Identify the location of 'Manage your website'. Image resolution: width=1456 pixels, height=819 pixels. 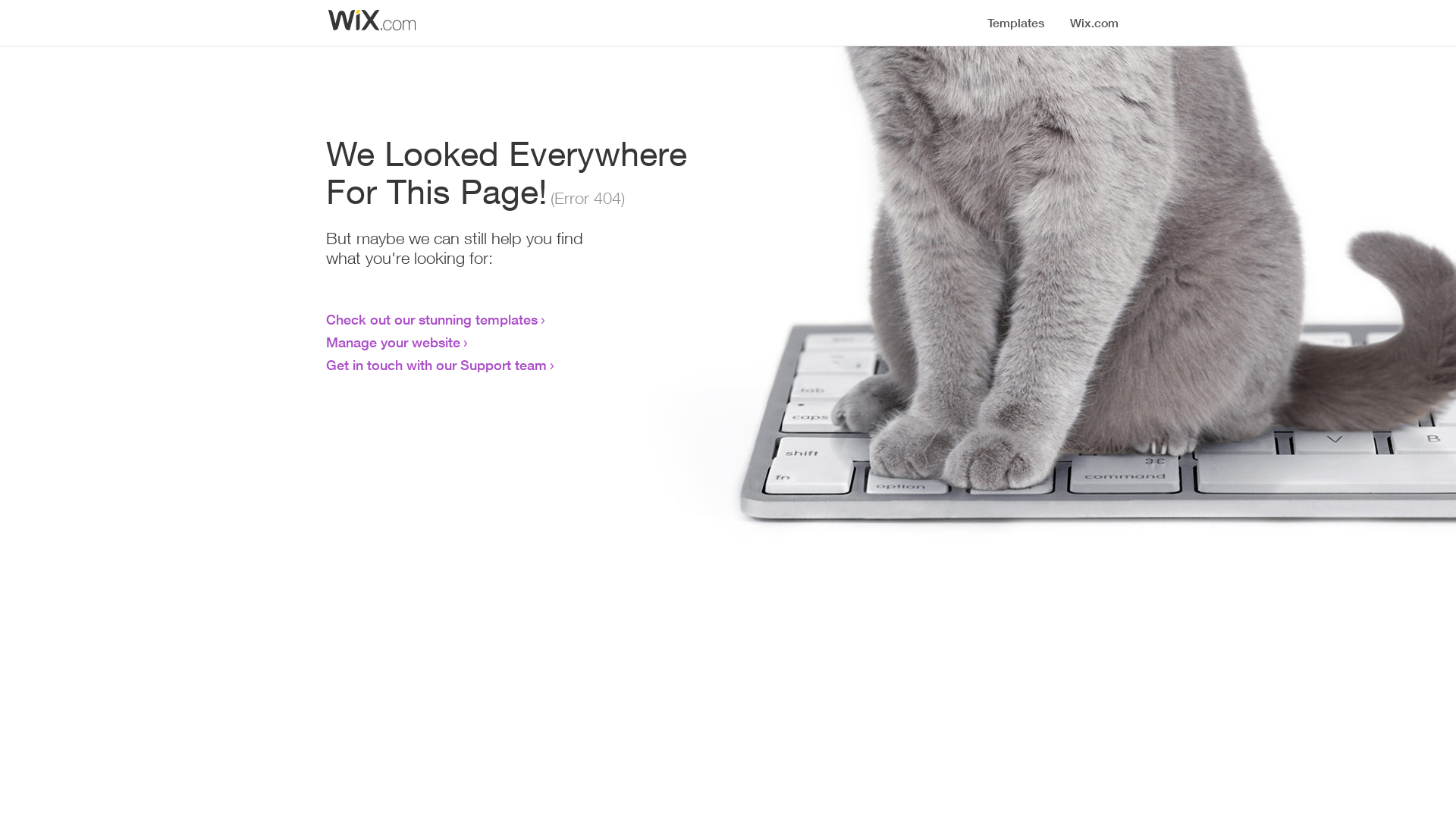
(393, 342).